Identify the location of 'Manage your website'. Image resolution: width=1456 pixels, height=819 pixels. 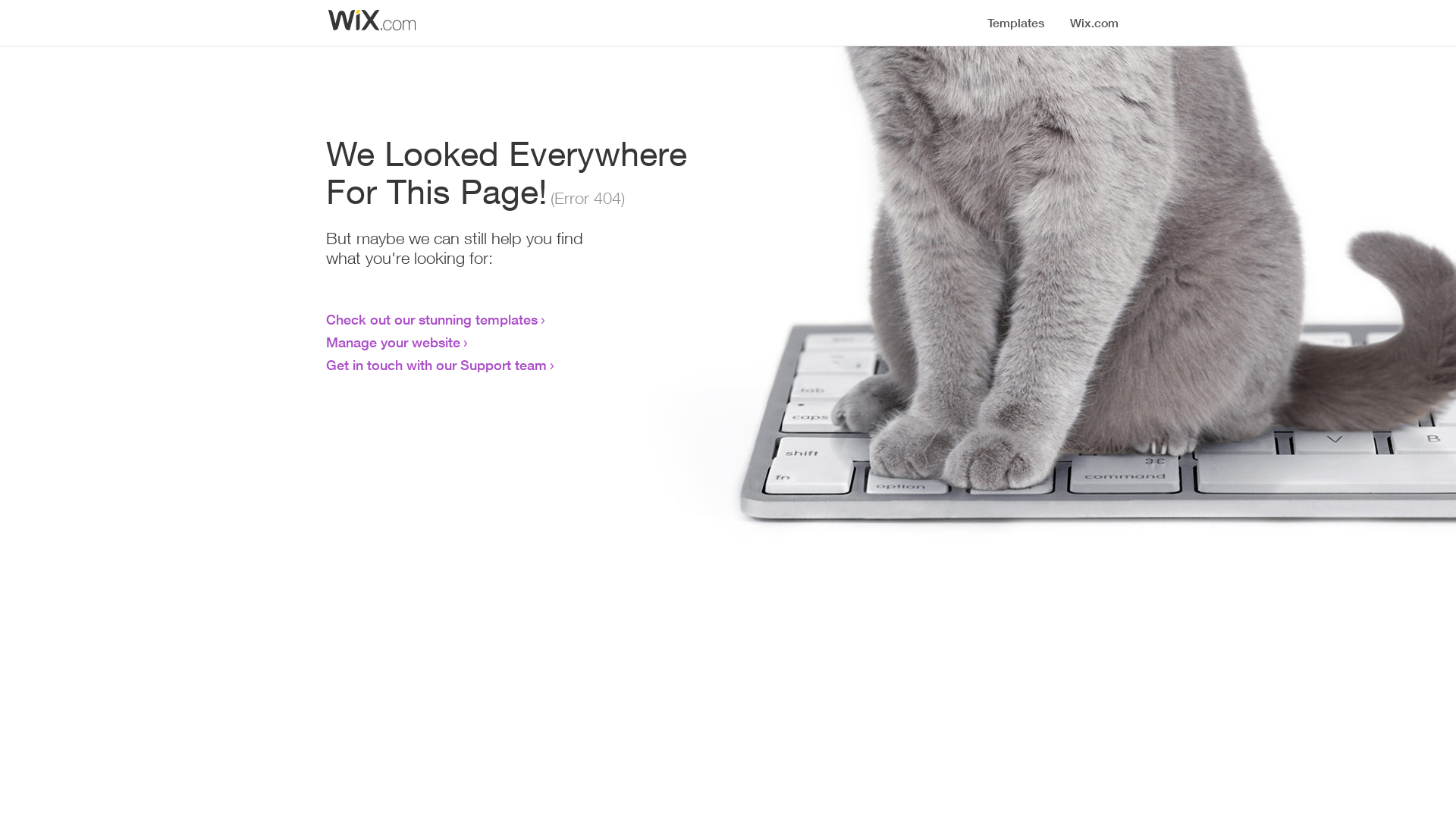
(393, 342).